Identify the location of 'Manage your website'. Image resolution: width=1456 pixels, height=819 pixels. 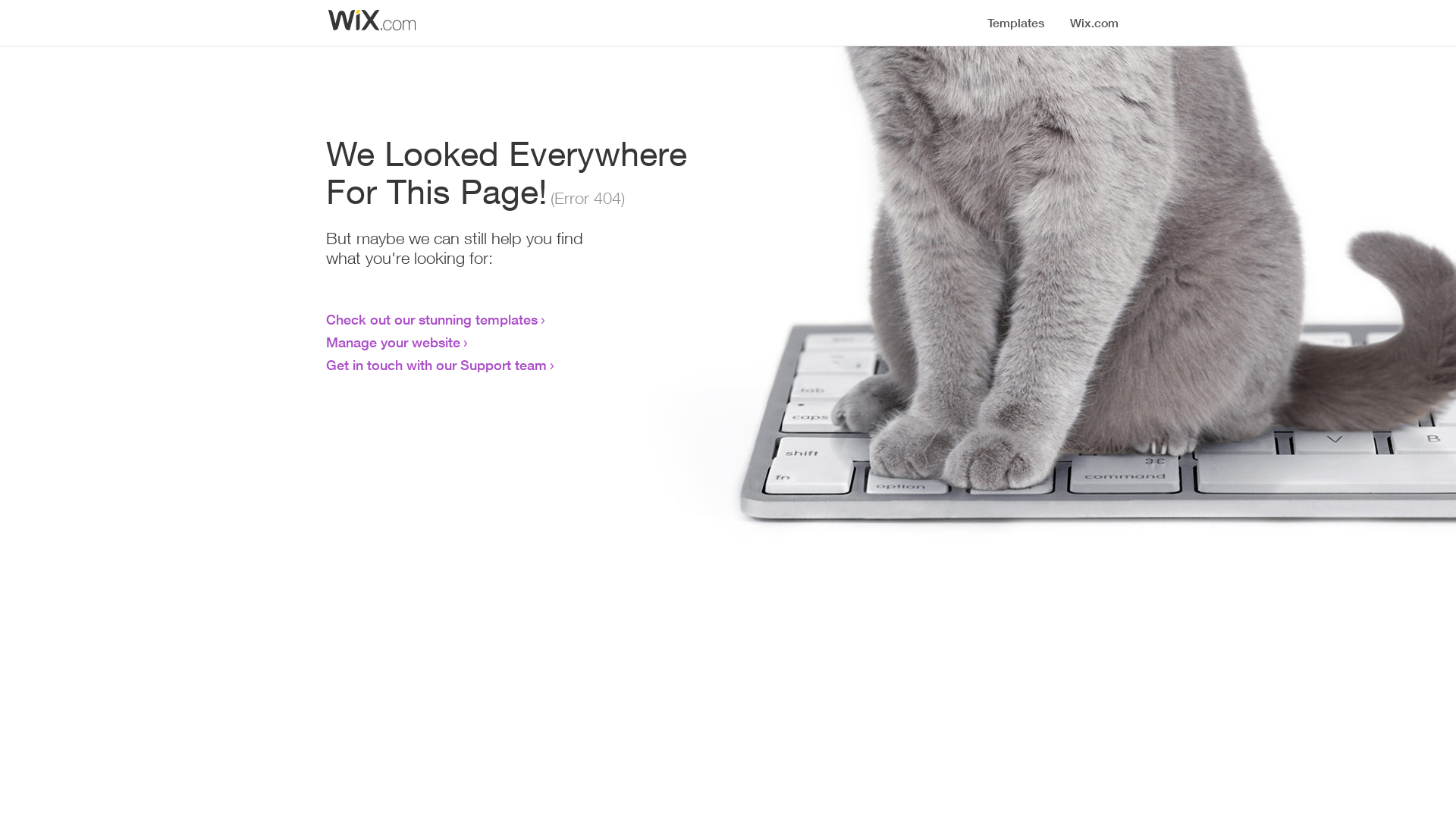
(393, 342).